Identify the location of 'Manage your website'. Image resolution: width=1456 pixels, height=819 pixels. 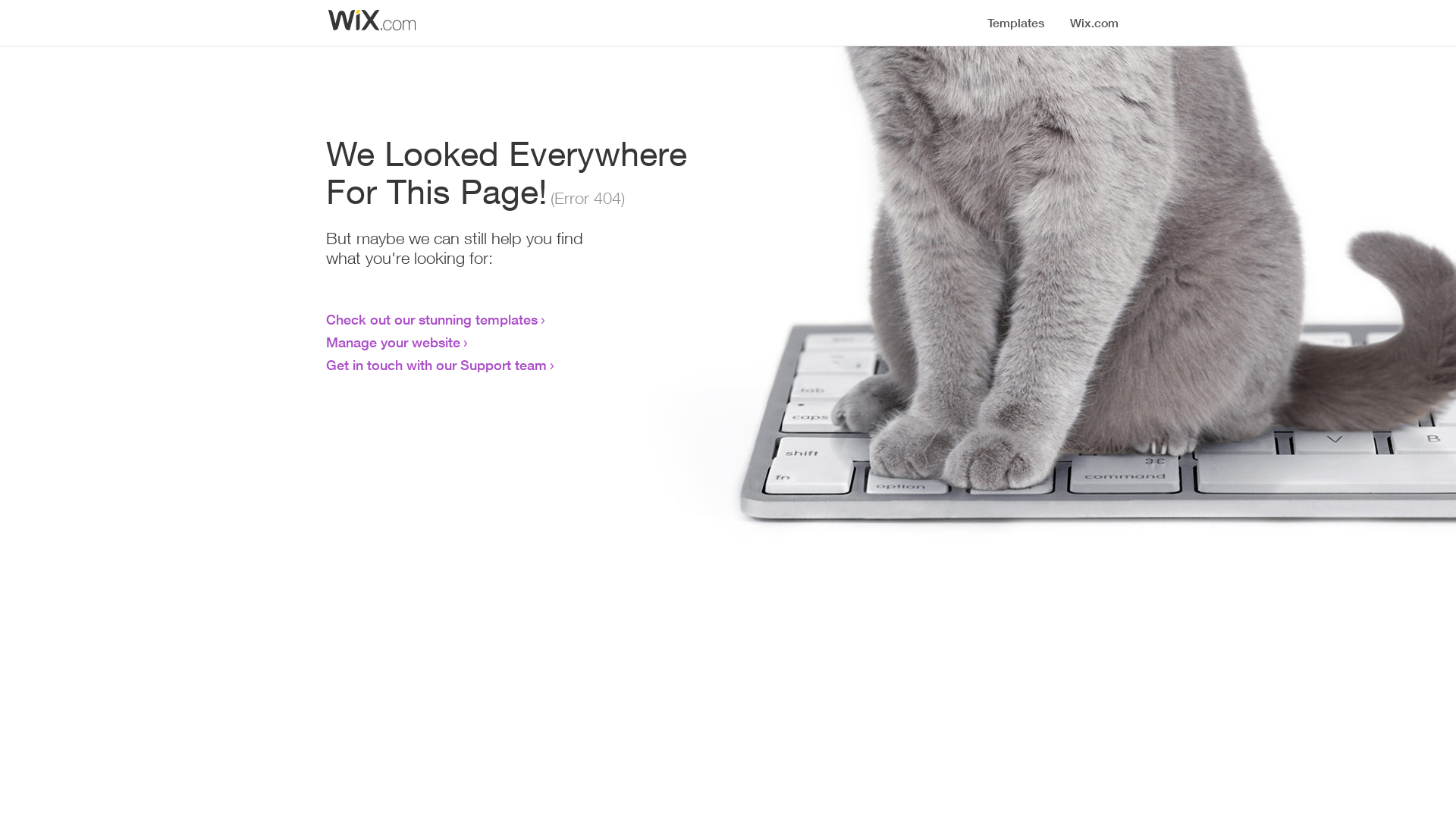
(393, 342).